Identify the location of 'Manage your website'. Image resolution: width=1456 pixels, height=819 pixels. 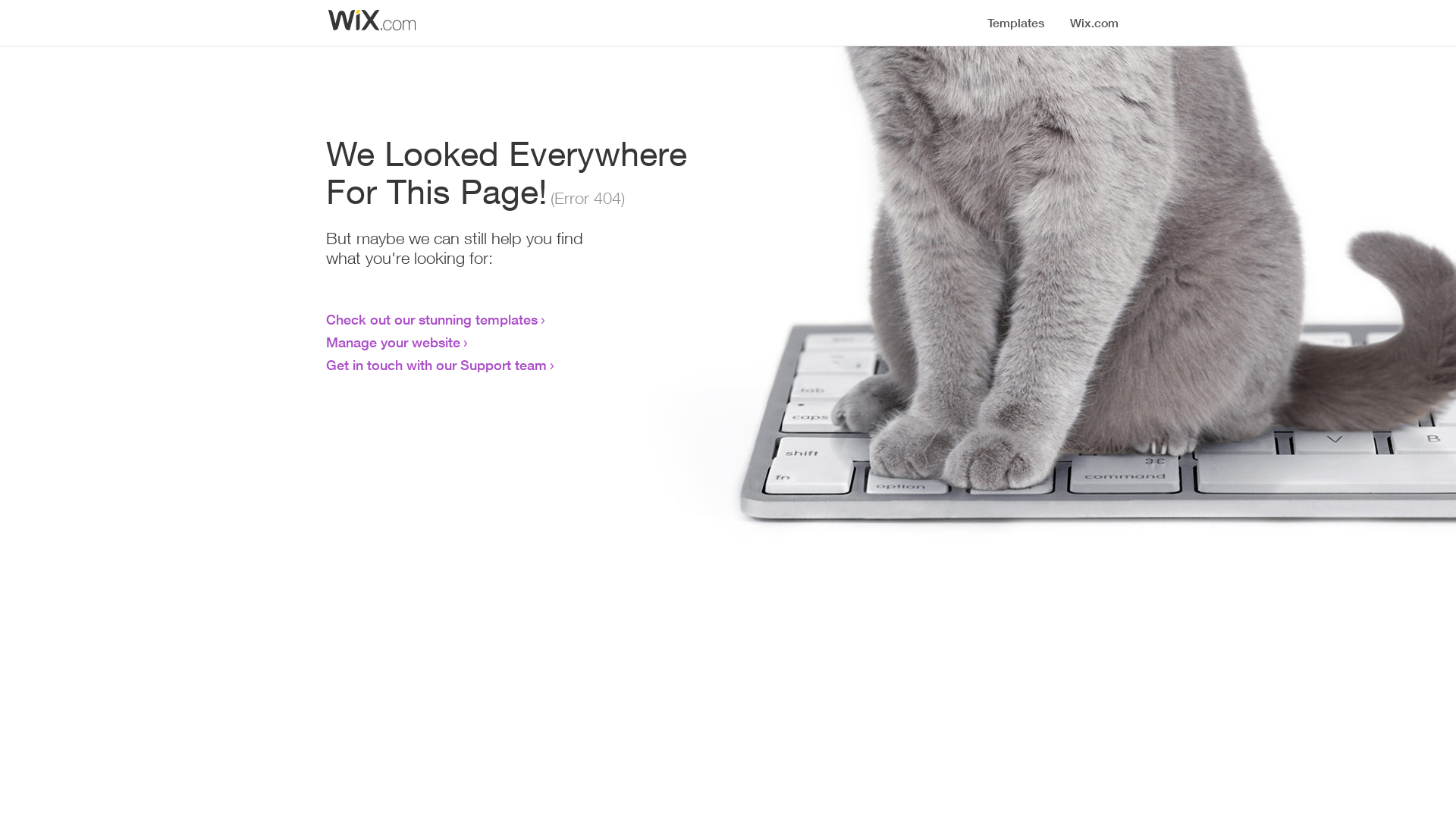
(393, 342).